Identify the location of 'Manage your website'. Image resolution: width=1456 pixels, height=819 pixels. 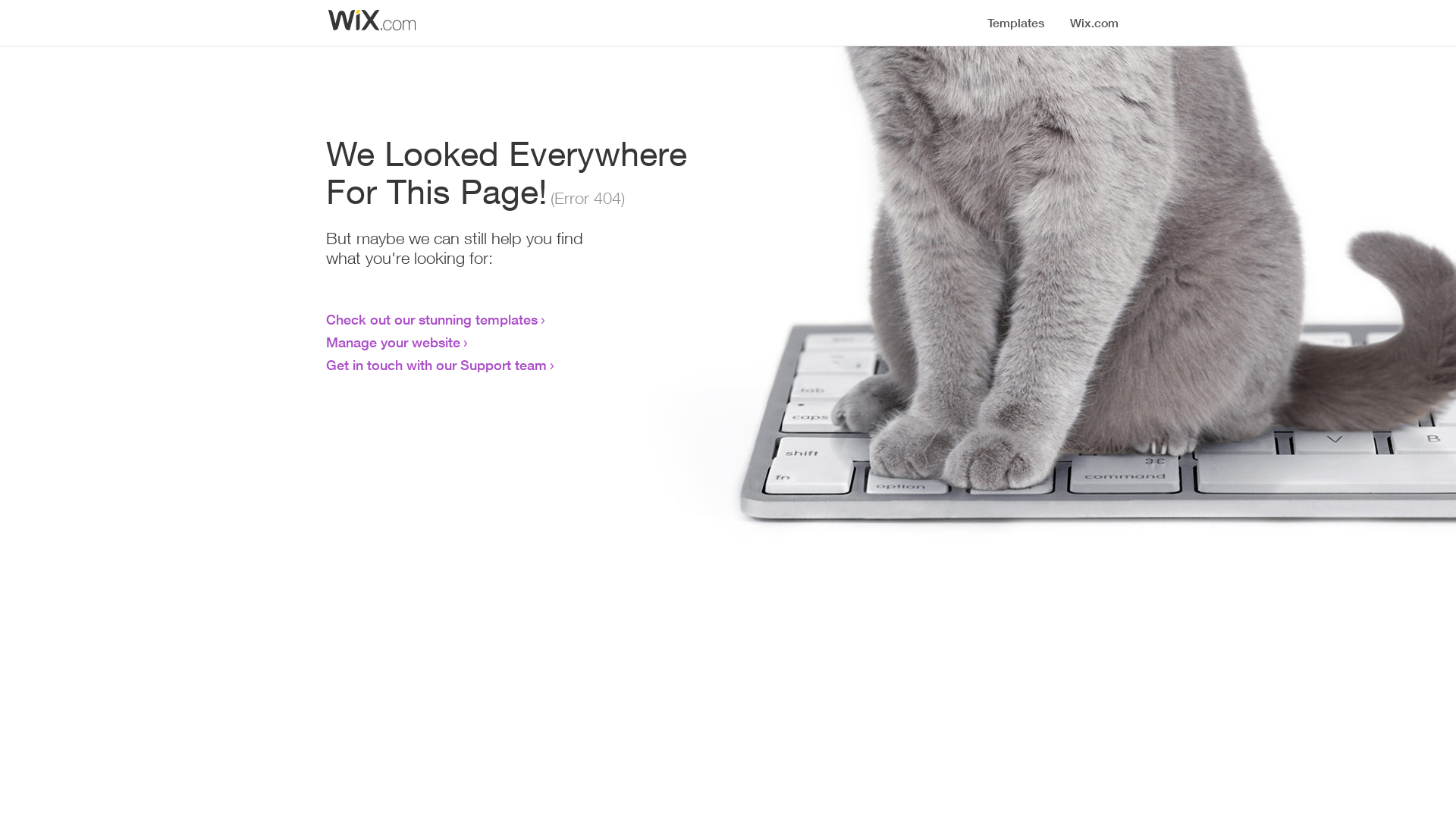
(393, 342).